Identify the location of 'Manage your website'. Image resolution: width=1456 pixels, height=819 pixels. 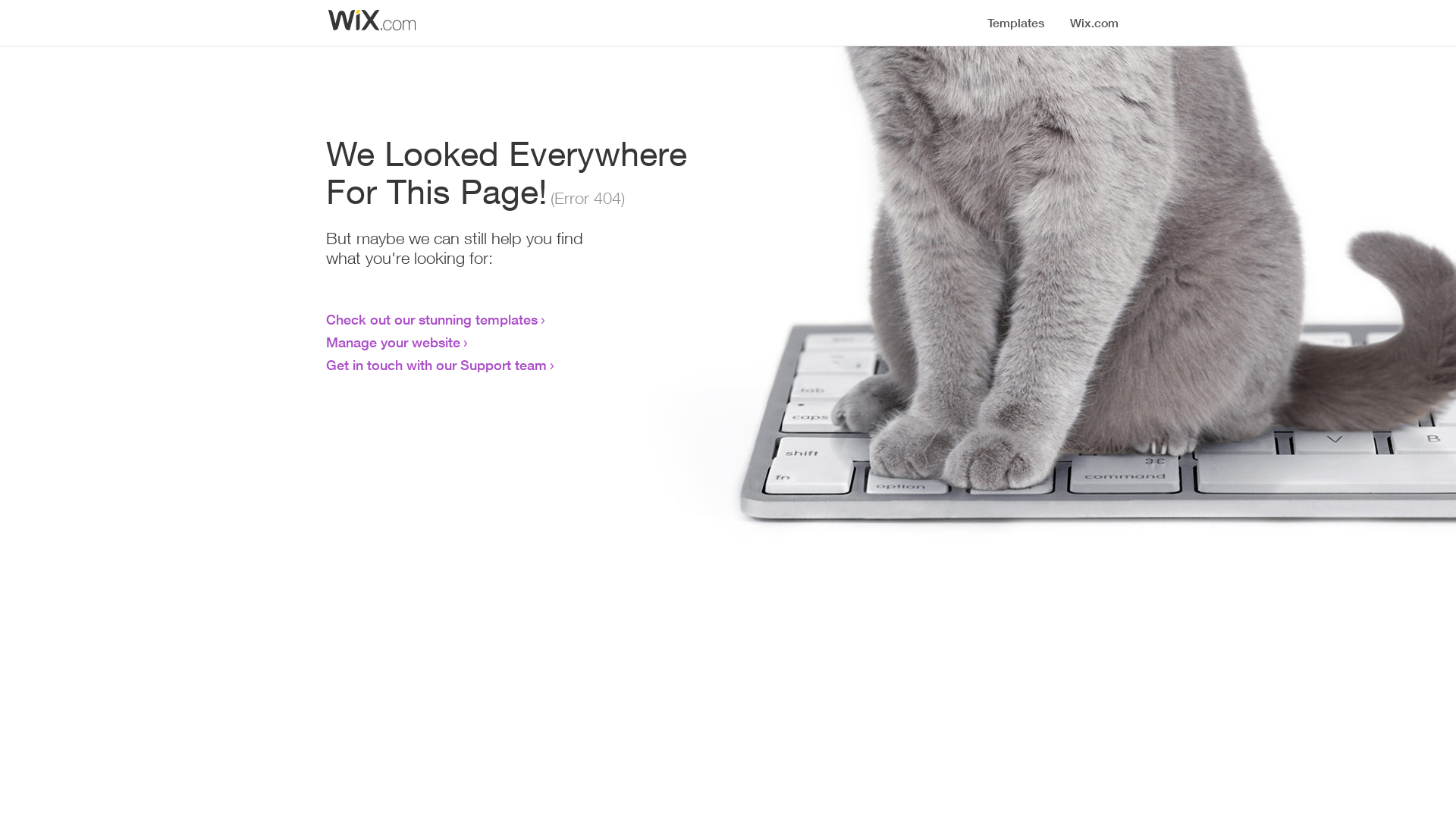
(393, 342).